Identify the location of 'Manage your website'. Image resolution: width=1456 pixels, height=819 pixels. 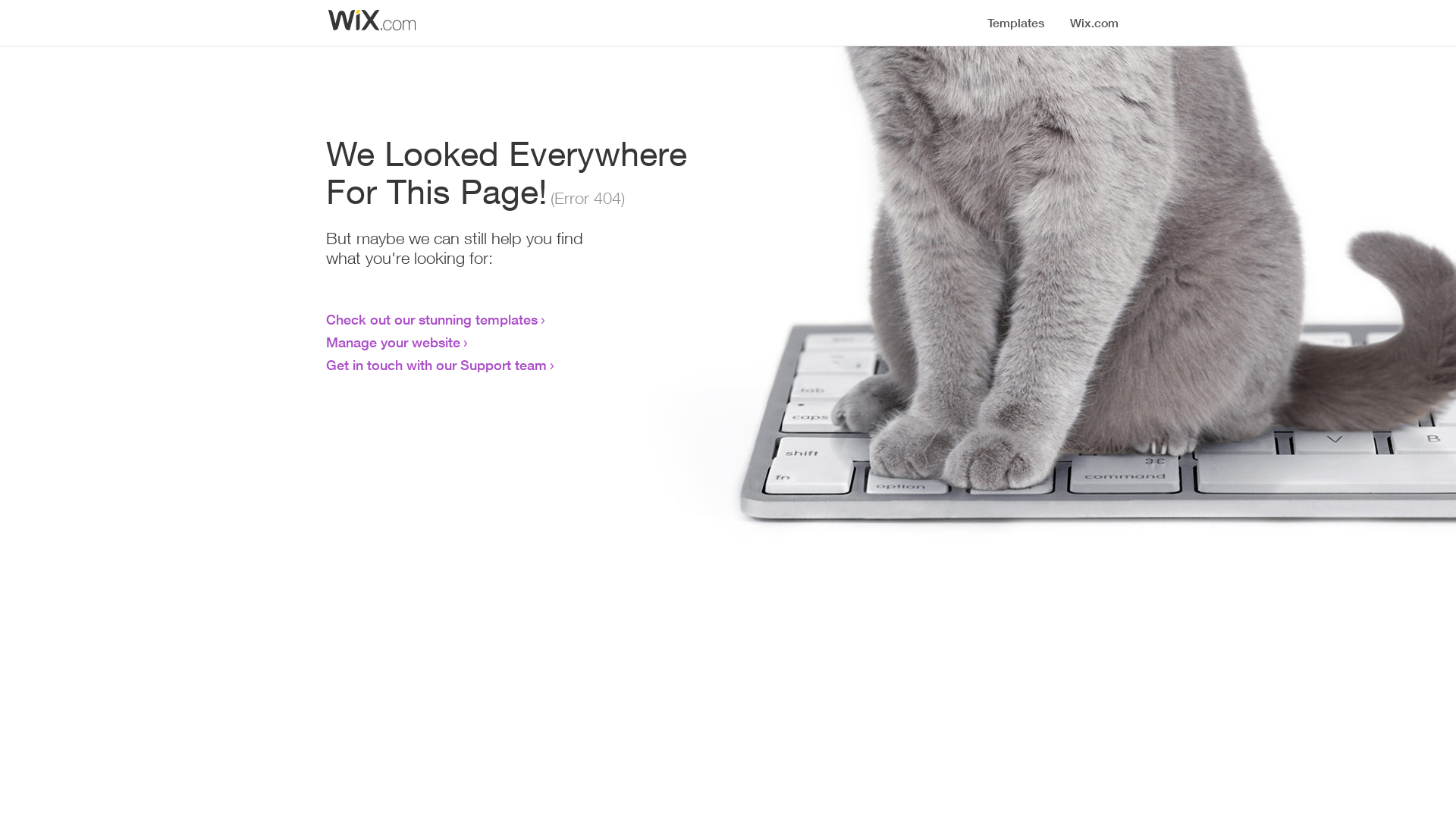
(393, 342).